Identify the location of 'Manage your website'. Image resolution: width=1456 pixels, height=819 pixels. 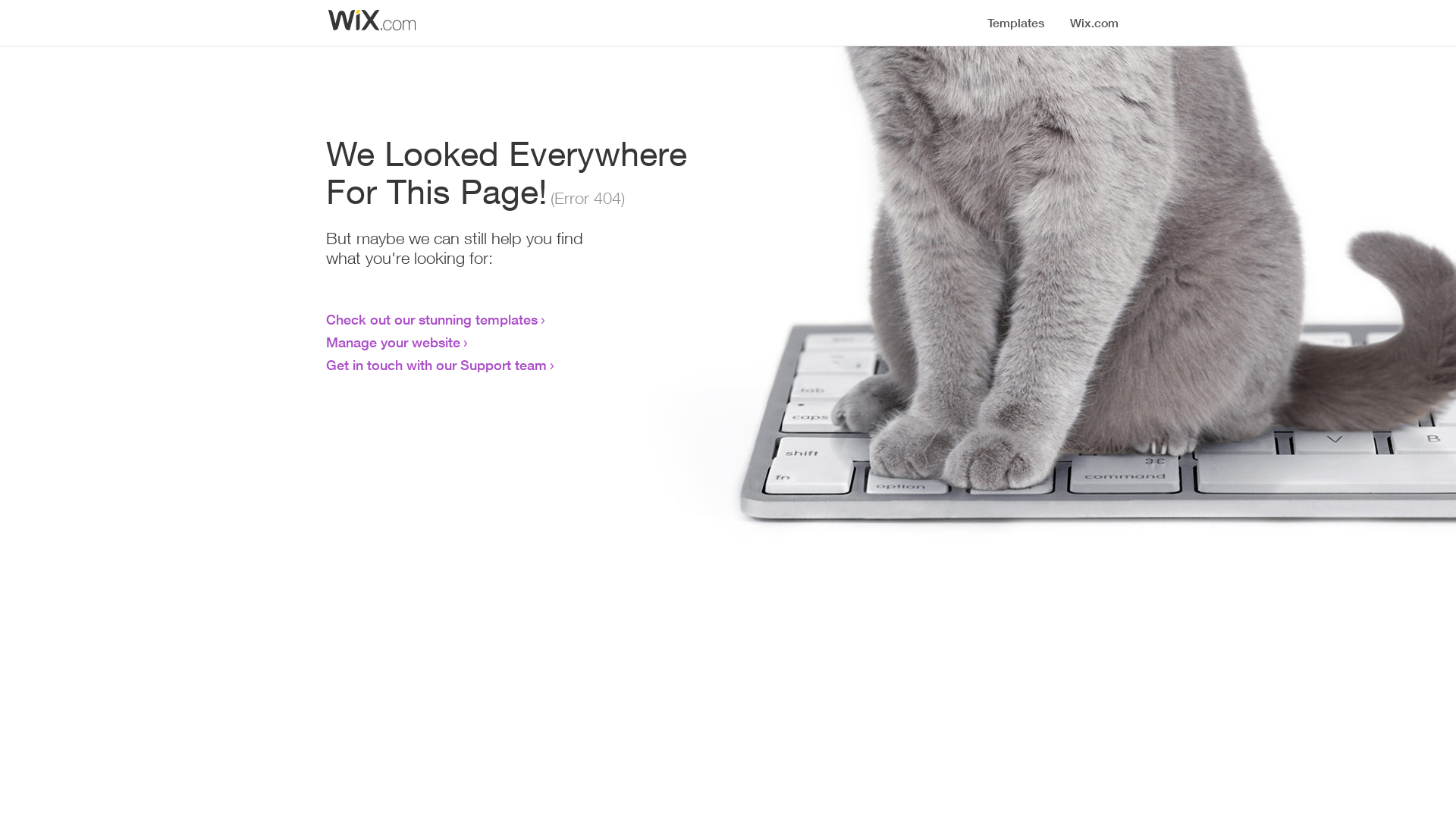
(393, 342).